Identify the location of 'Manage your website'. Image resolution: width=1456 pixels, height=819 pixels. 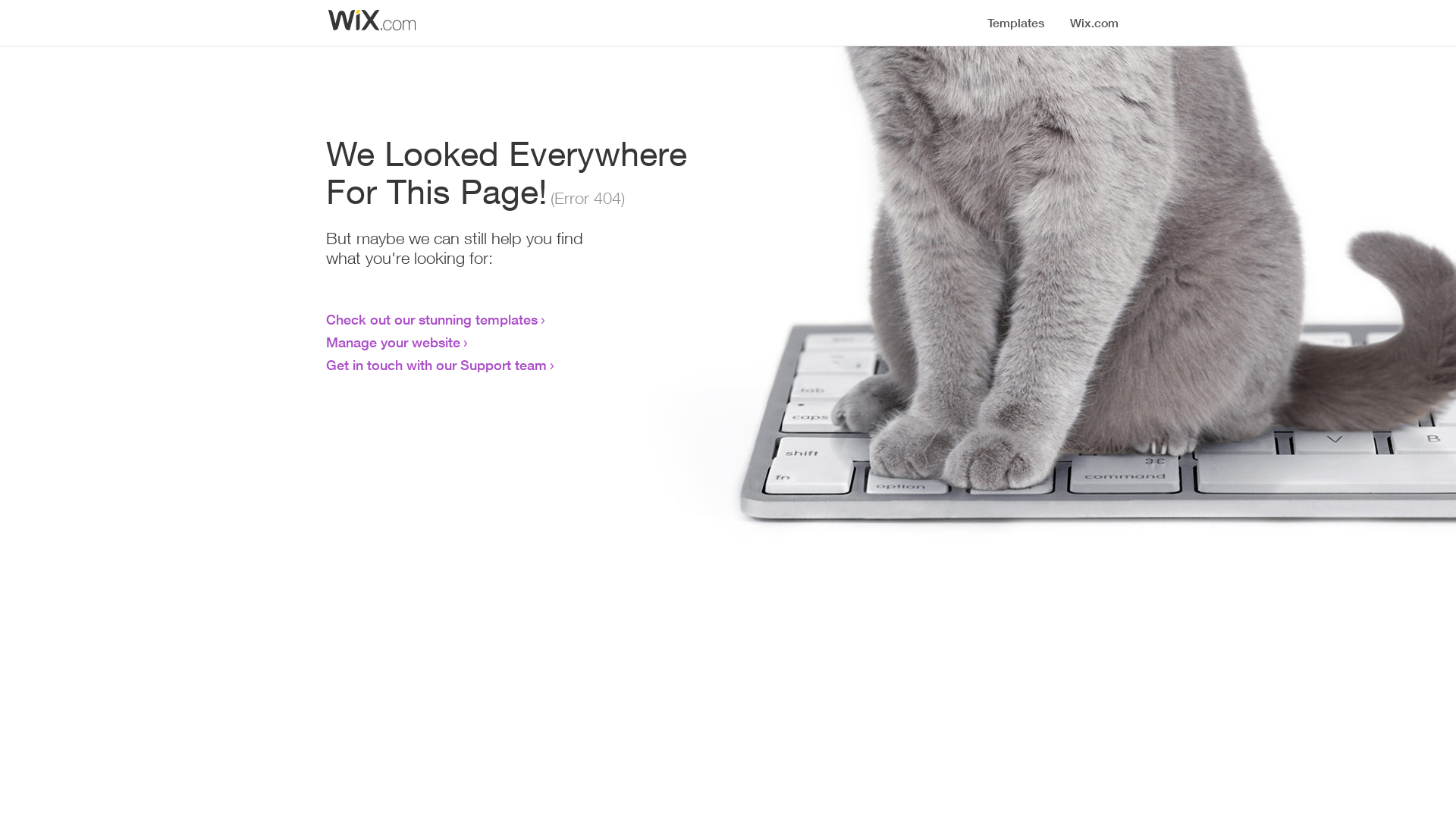
(393, 342).